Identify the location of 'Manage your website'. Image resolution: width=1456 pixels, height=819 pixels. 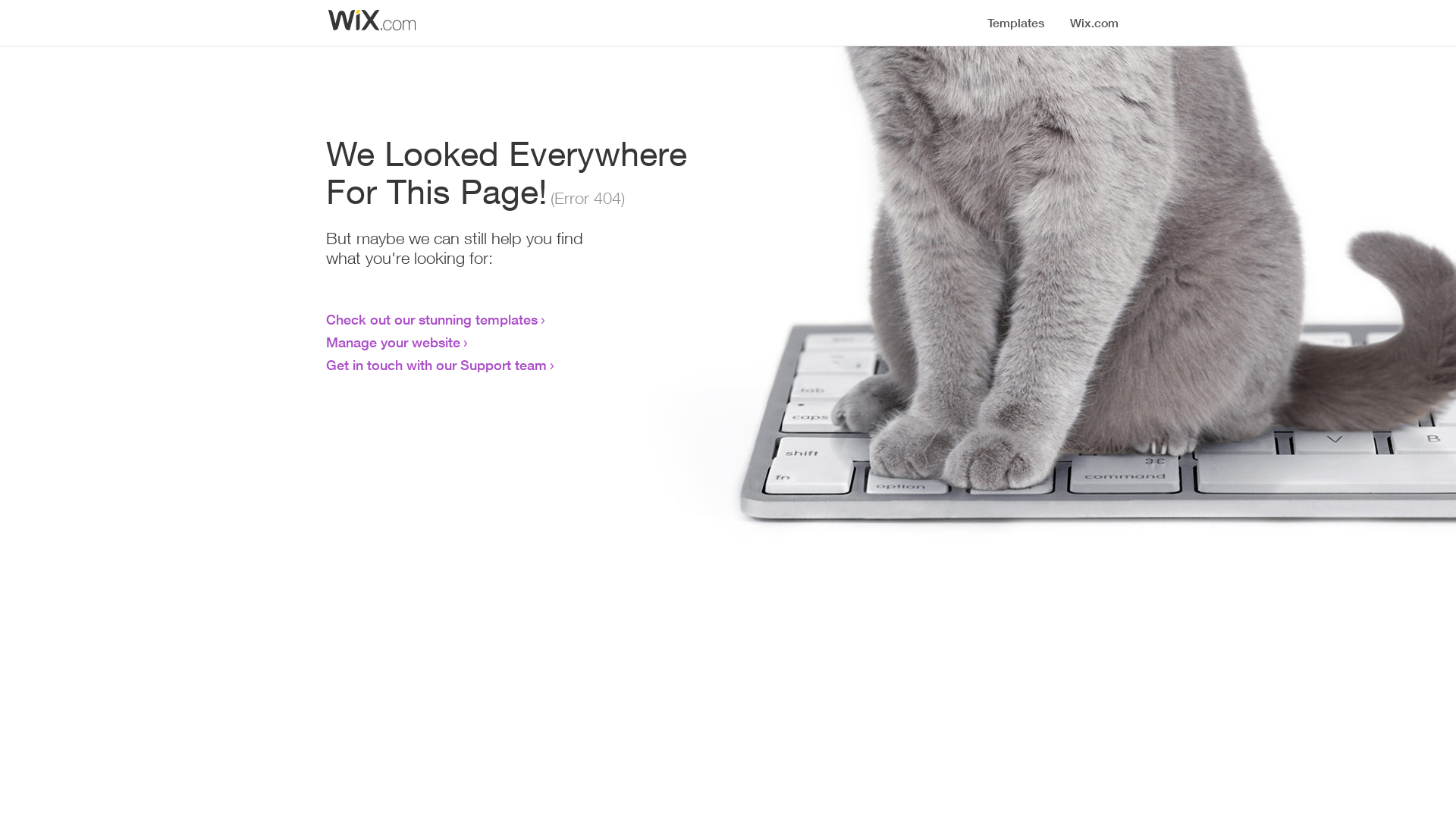
(393, 342).